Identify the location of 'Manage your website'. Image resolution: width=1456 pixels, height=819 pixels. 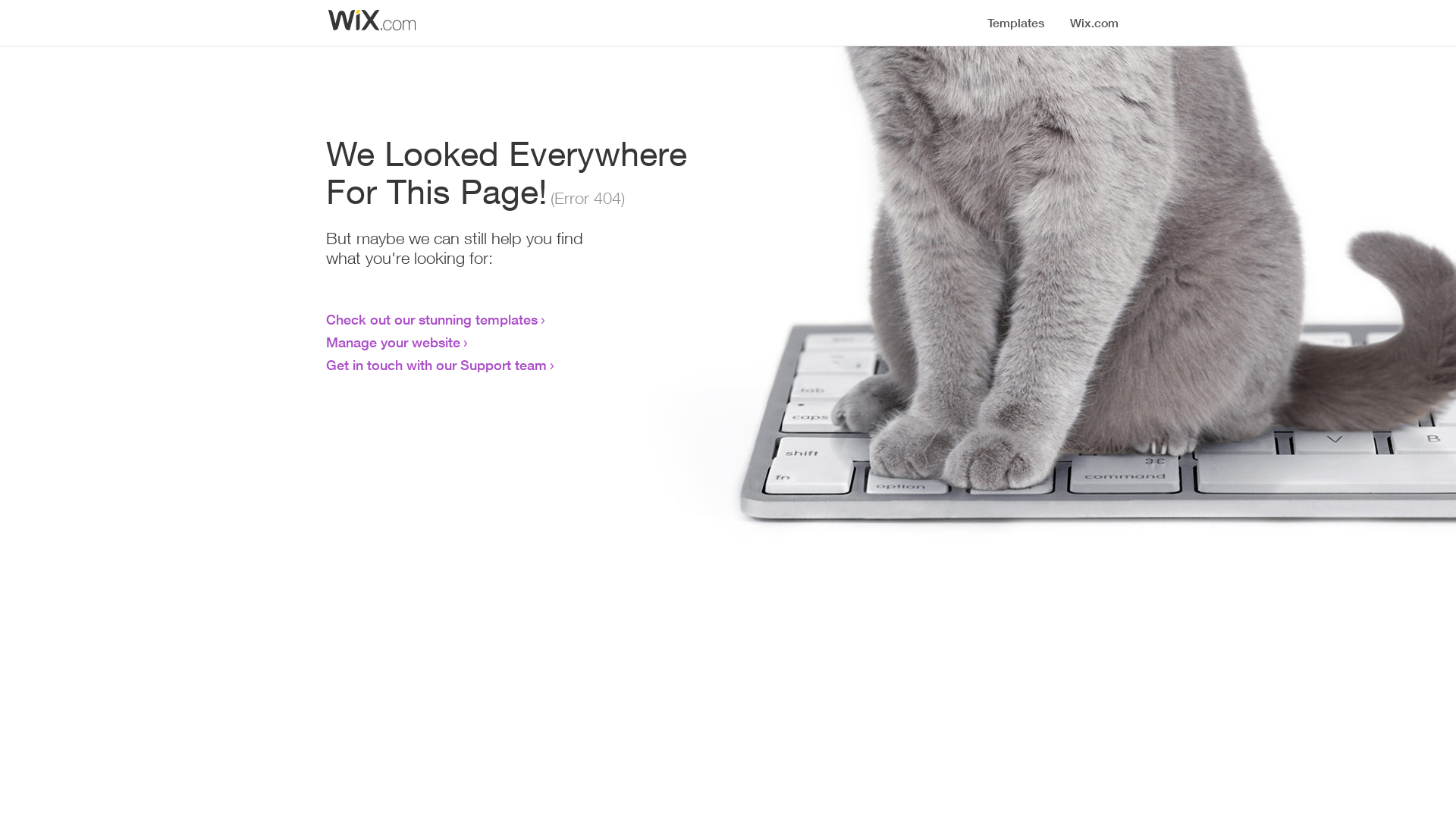
(393, 342).